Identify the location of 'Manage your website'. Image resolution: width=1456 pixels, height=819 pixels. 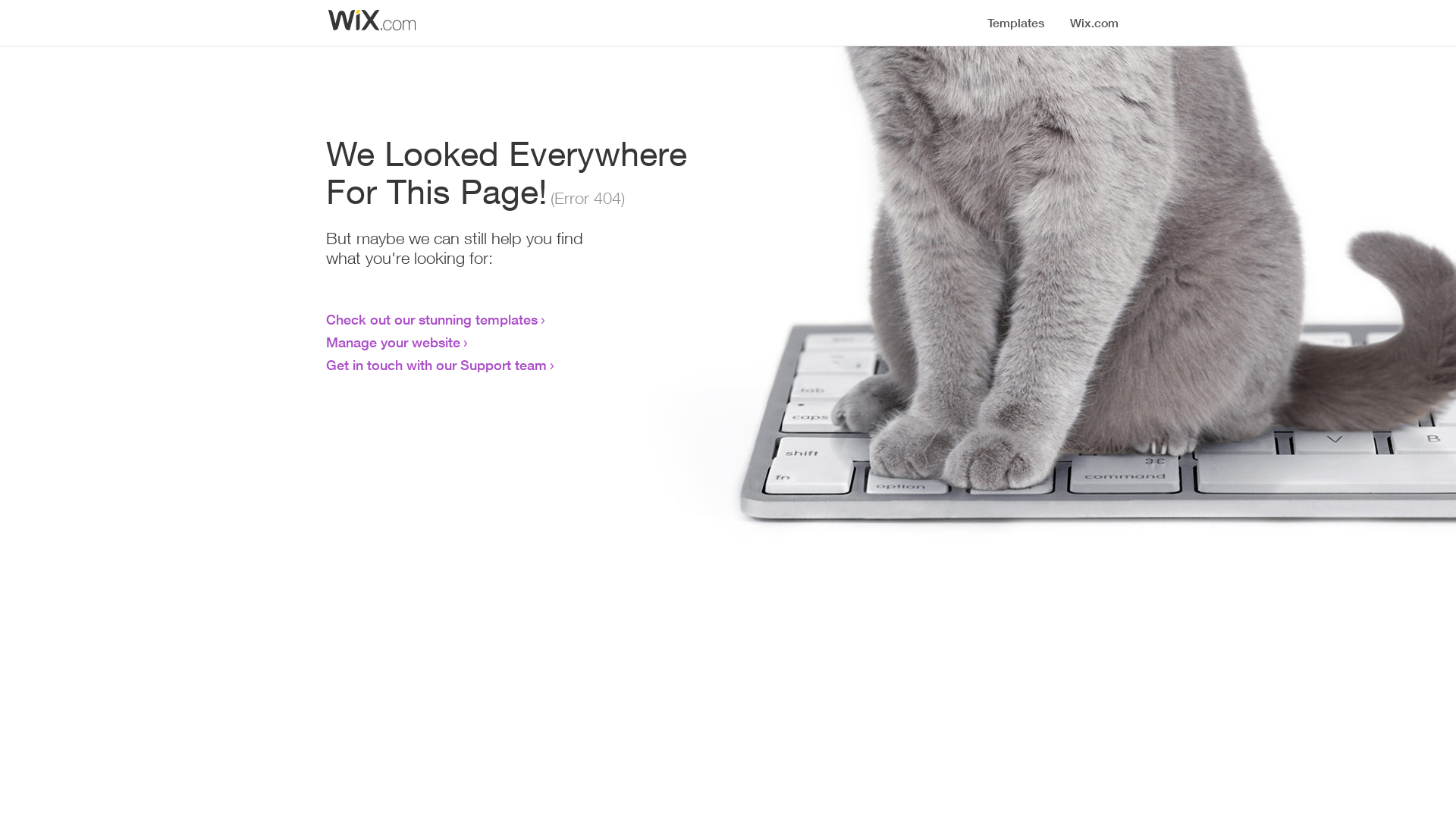
(393, 342).